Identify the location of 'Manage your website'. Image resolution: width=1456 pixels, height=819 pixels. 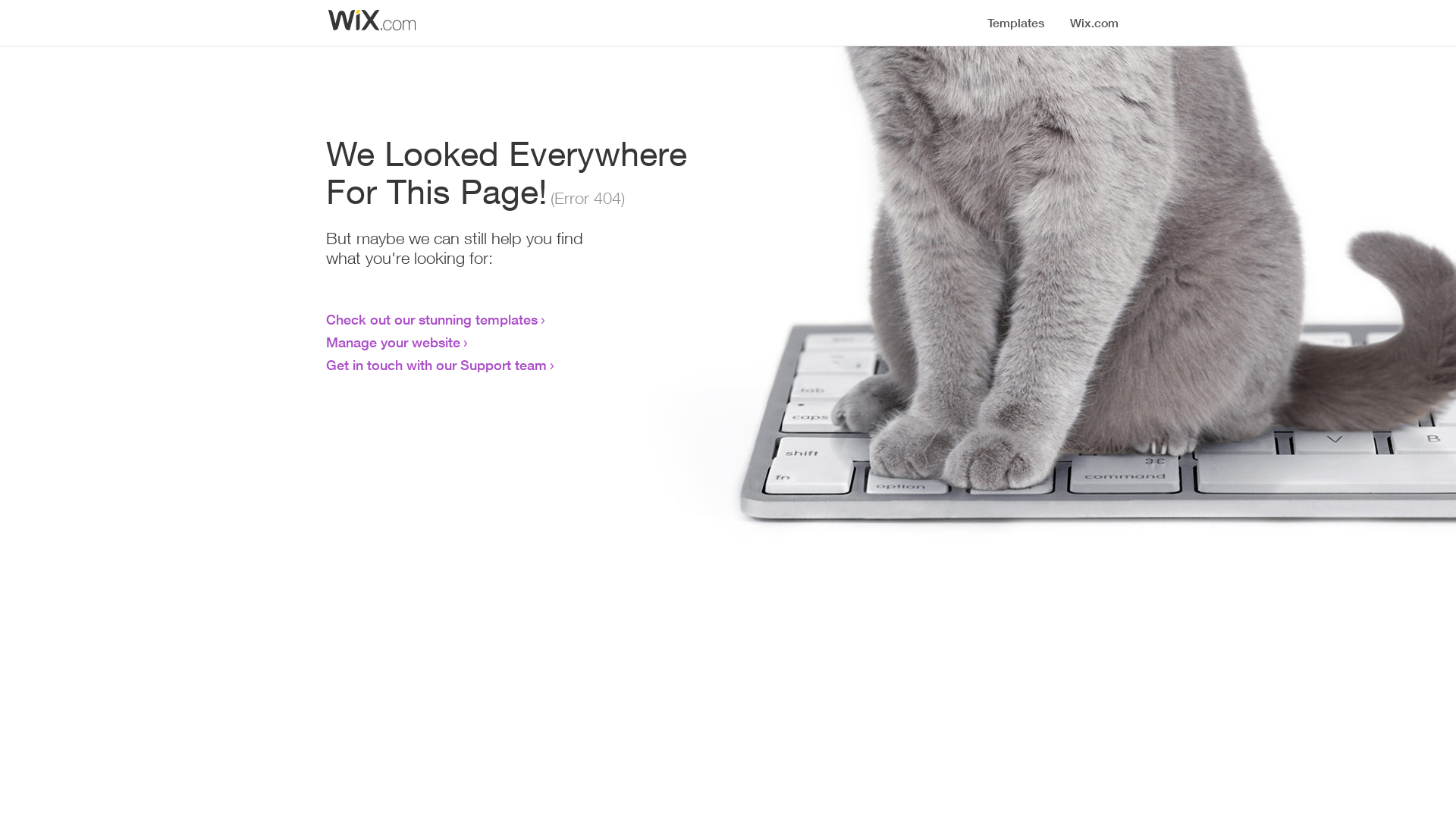
(393, 342).